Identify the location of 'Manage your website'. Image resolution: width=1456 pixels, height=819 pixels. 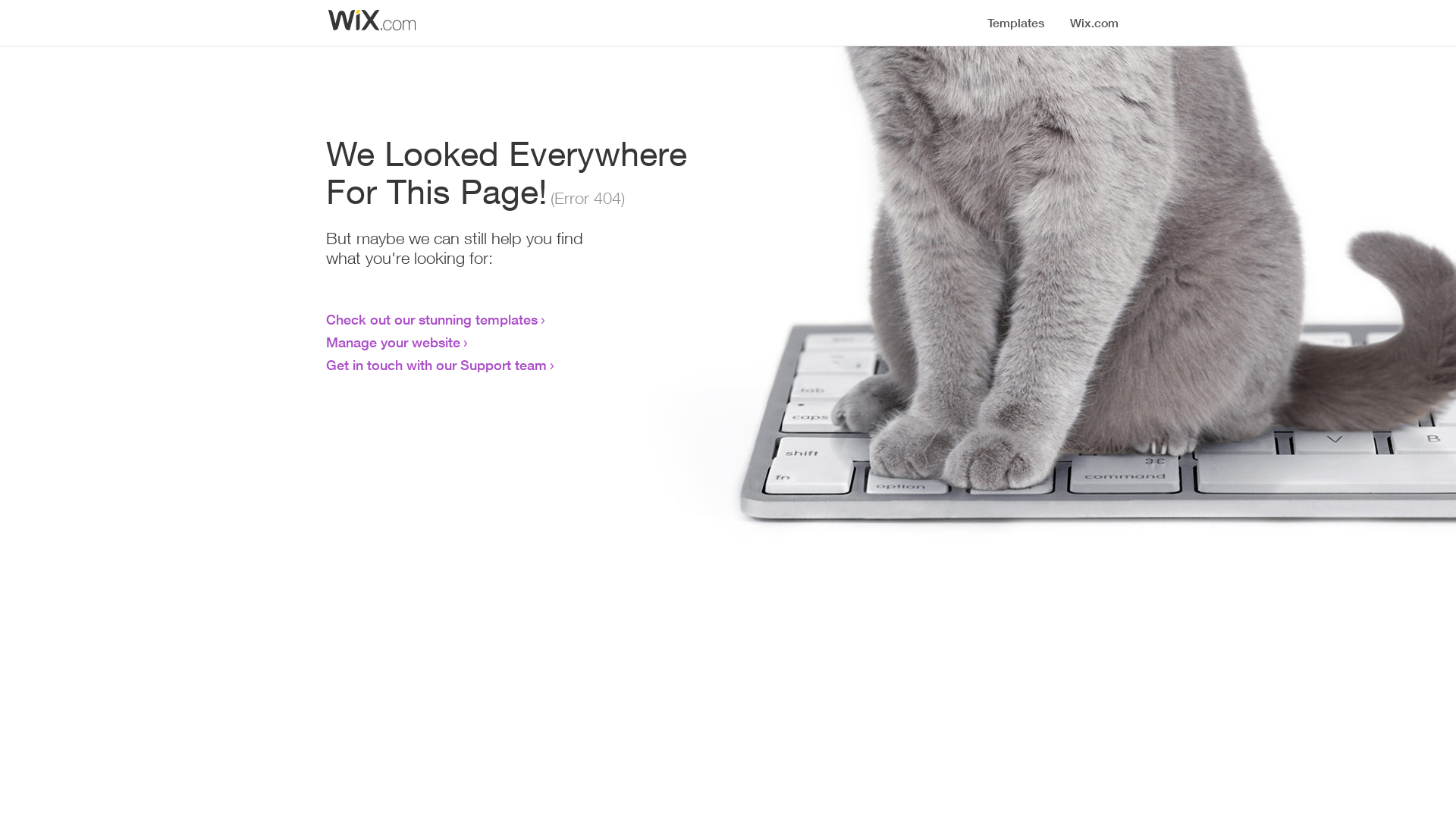
(393, 342).